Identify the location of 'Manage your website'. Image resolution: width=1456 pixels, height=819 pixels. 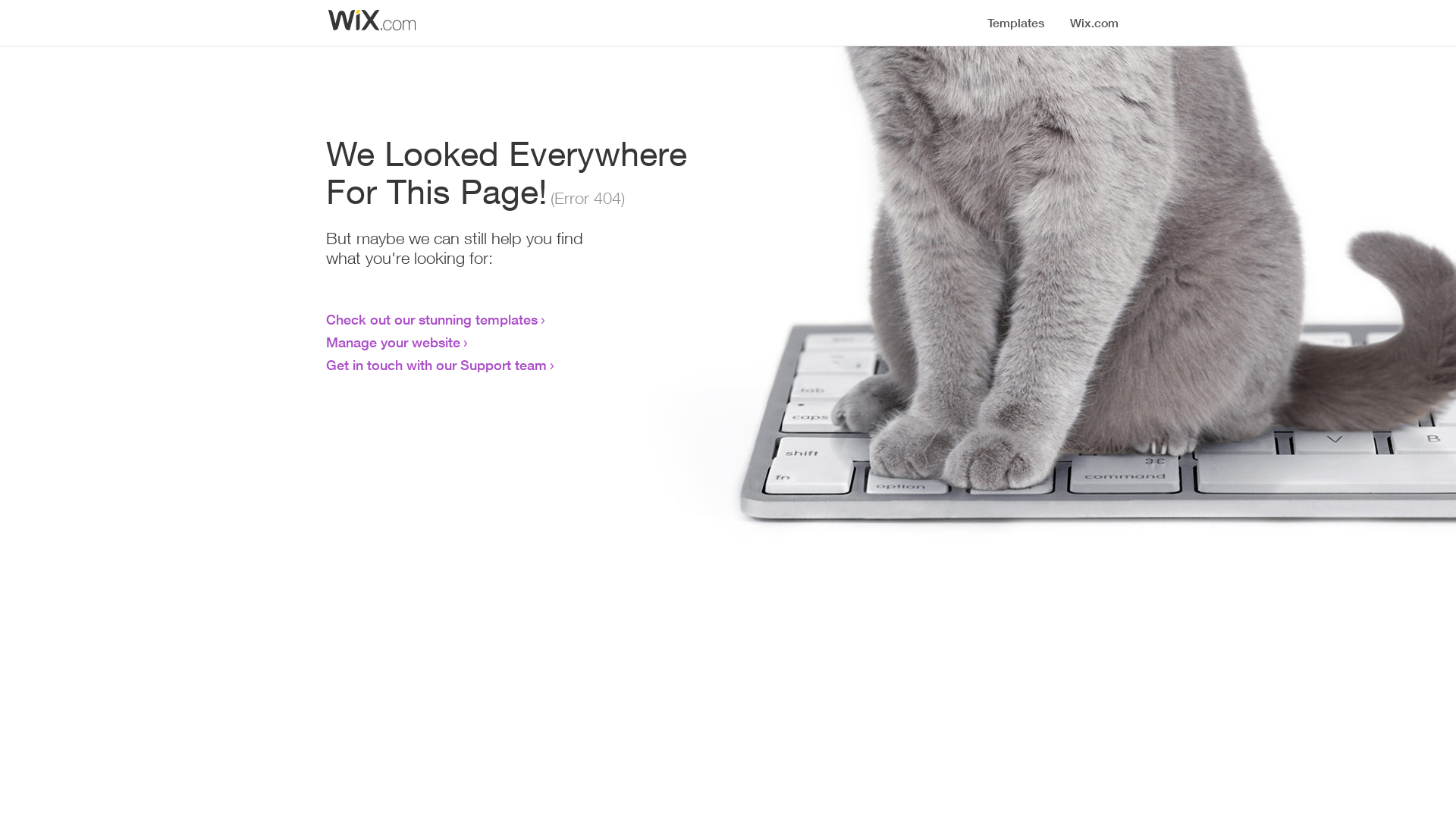
(393, 342).